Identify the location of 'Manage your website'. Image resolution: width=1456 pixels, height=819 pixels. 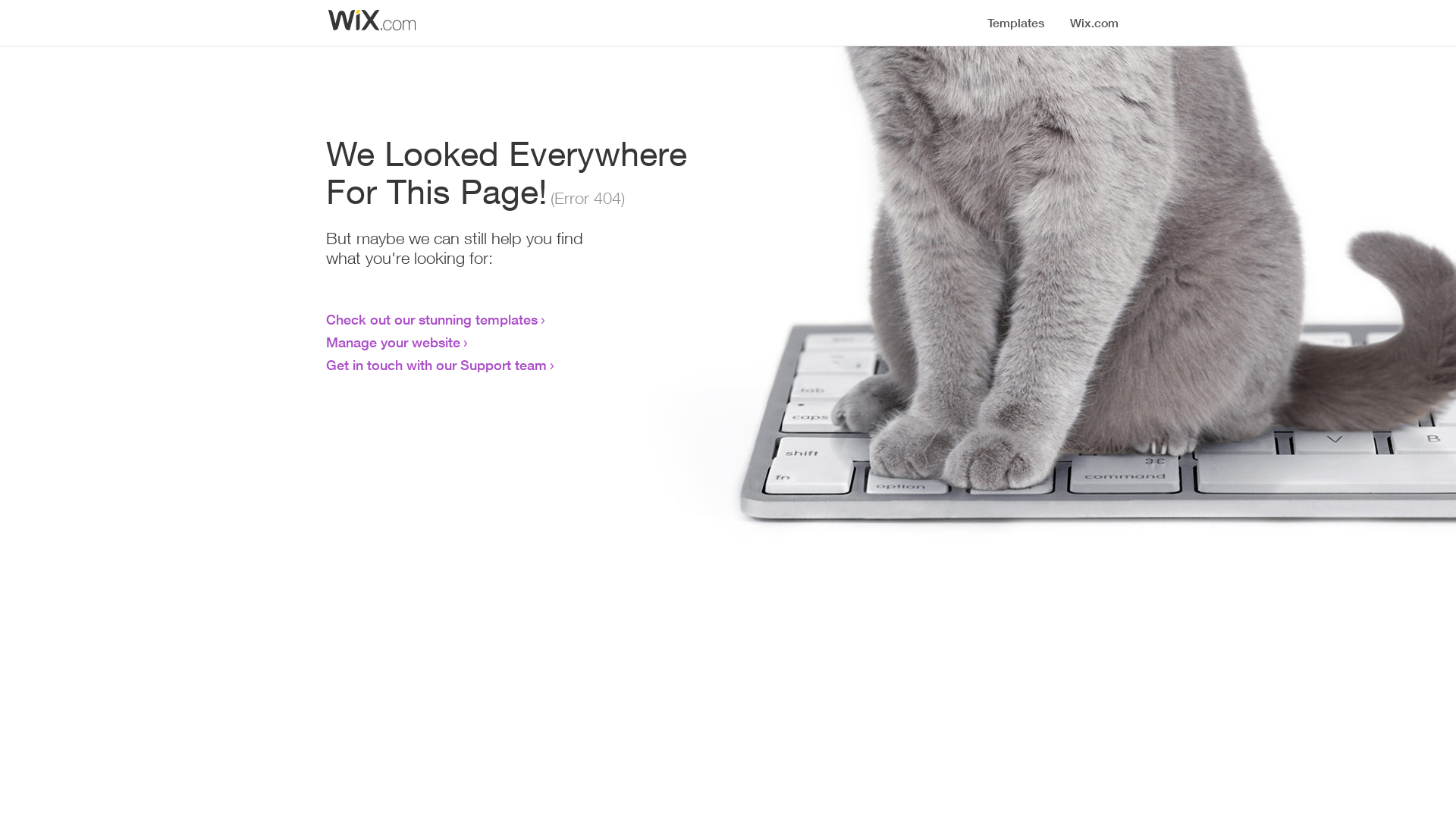
(393, 342).